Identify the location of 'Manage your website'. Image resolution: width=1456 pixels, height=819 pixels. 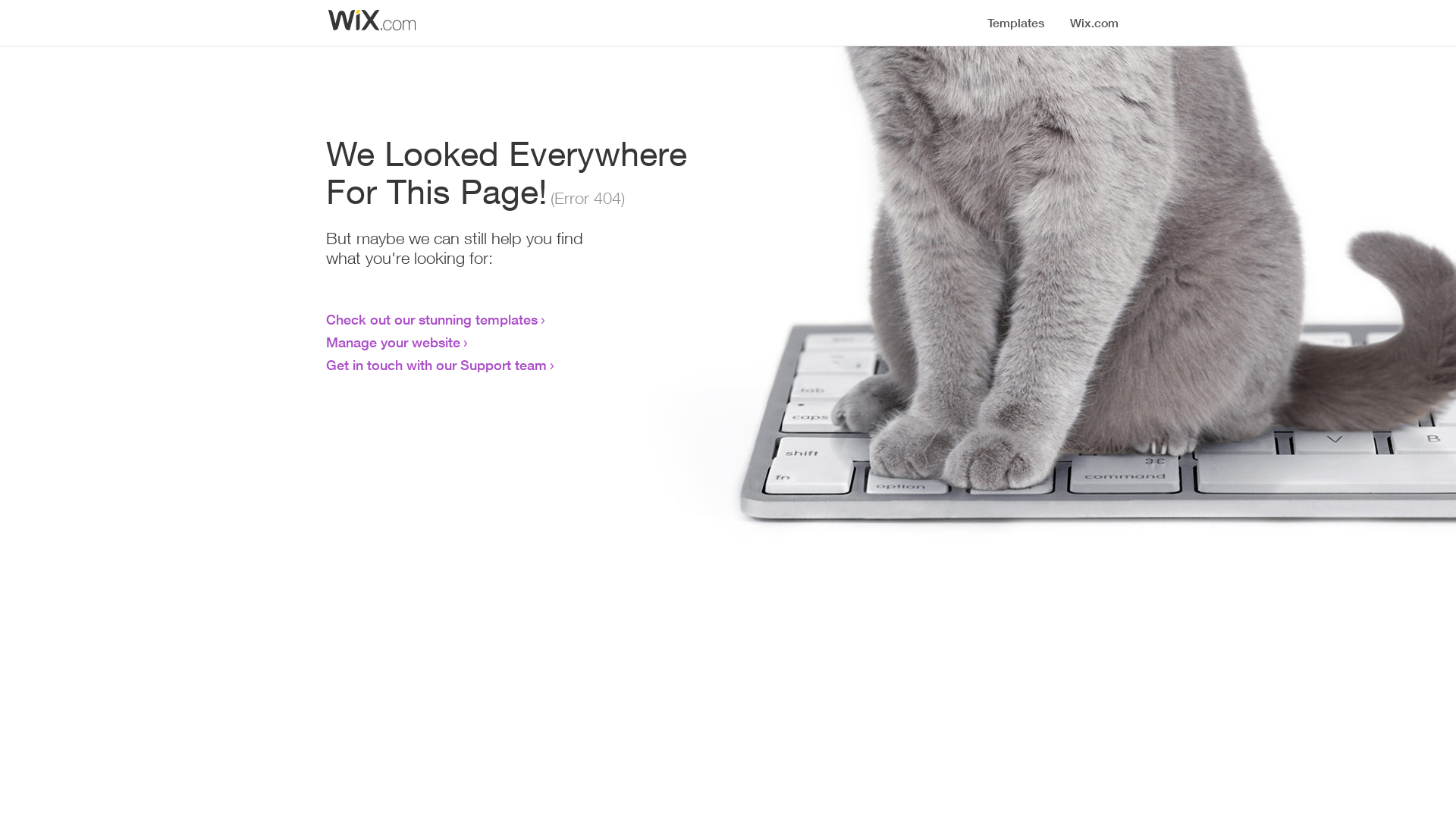
(393, 342).